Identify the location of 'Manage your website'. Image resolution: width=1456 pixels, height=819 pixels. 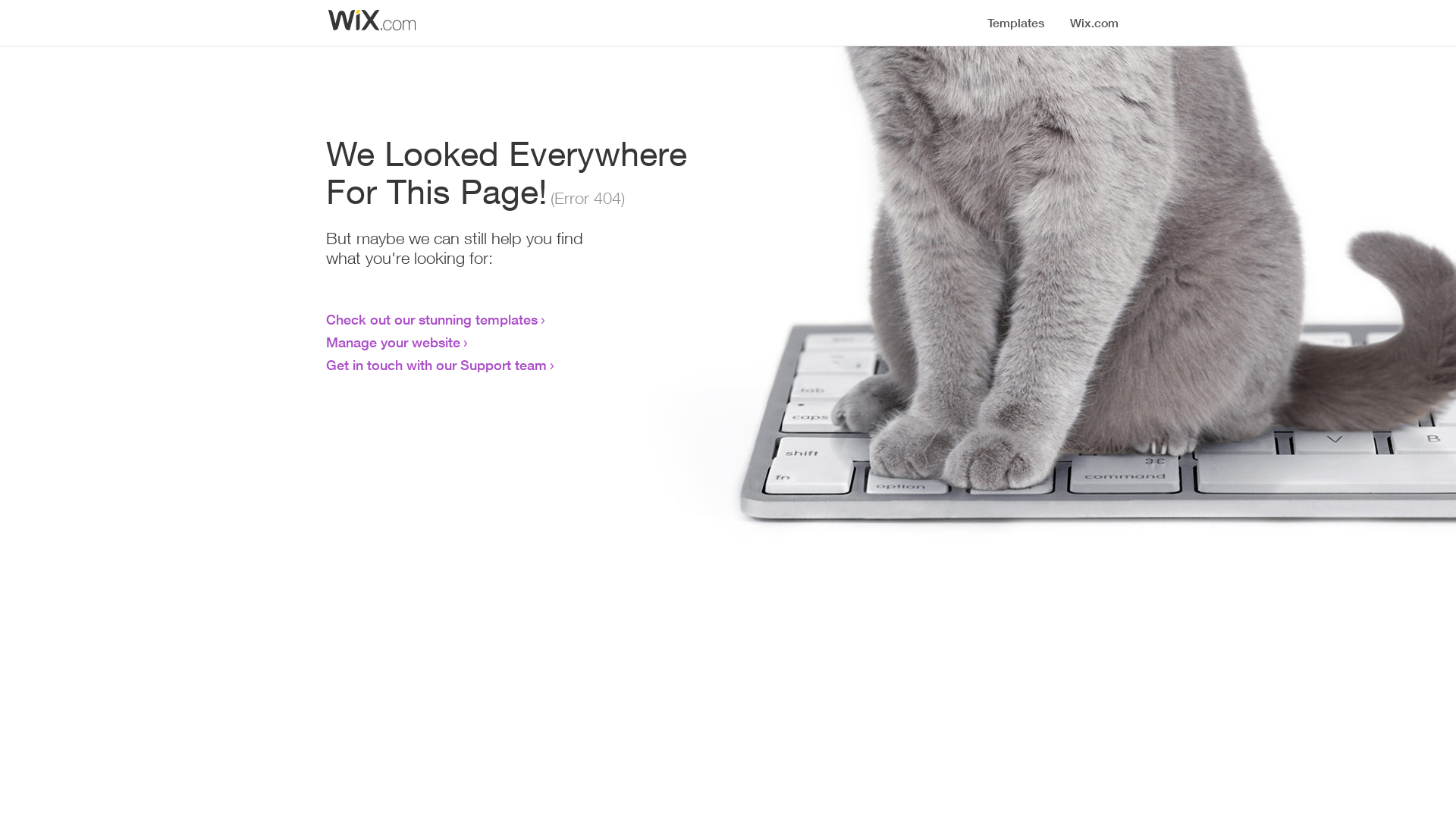
(393, 342).